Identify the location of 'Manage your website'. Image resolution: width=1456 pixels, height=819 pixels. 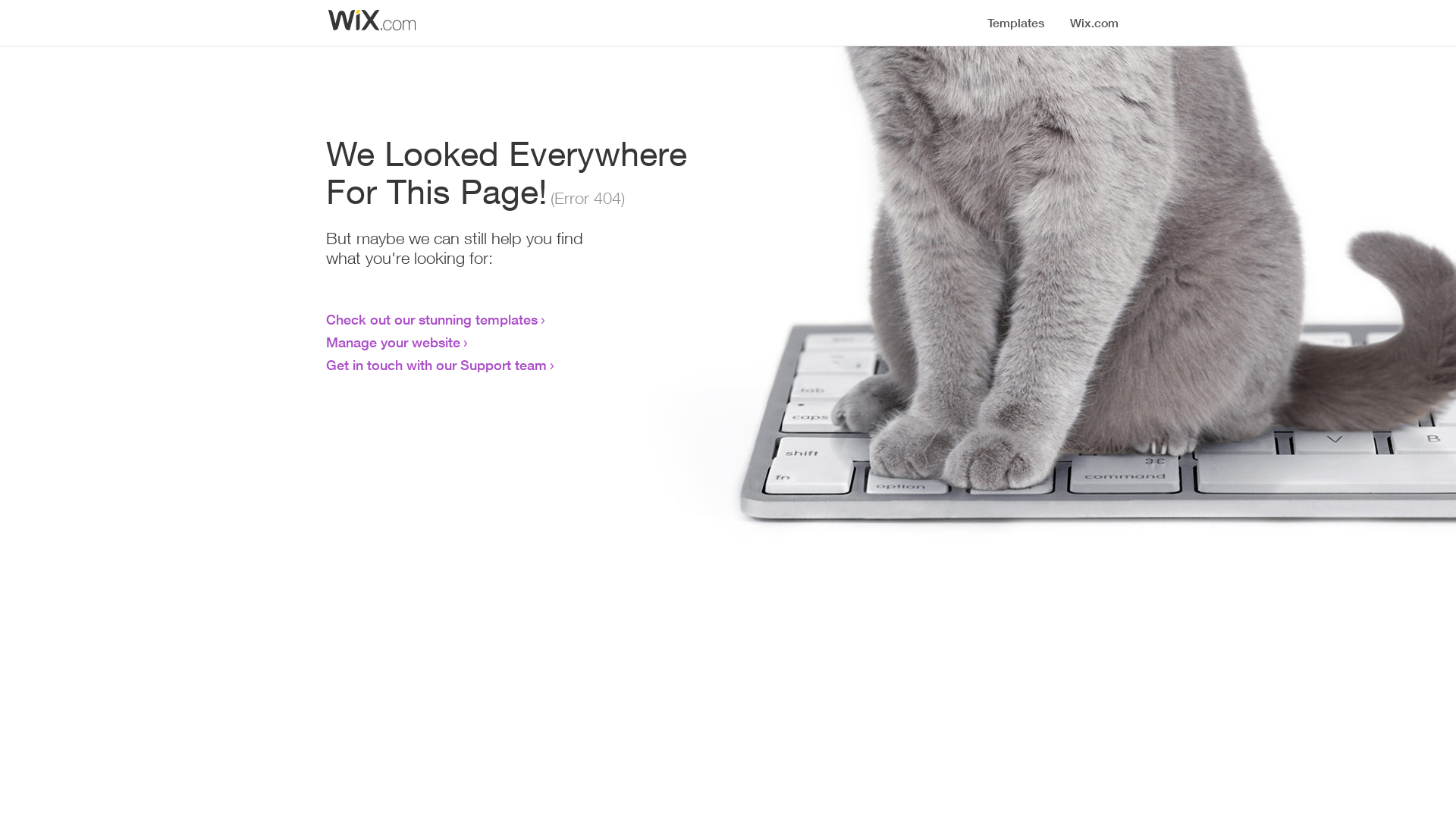
(393, 342).